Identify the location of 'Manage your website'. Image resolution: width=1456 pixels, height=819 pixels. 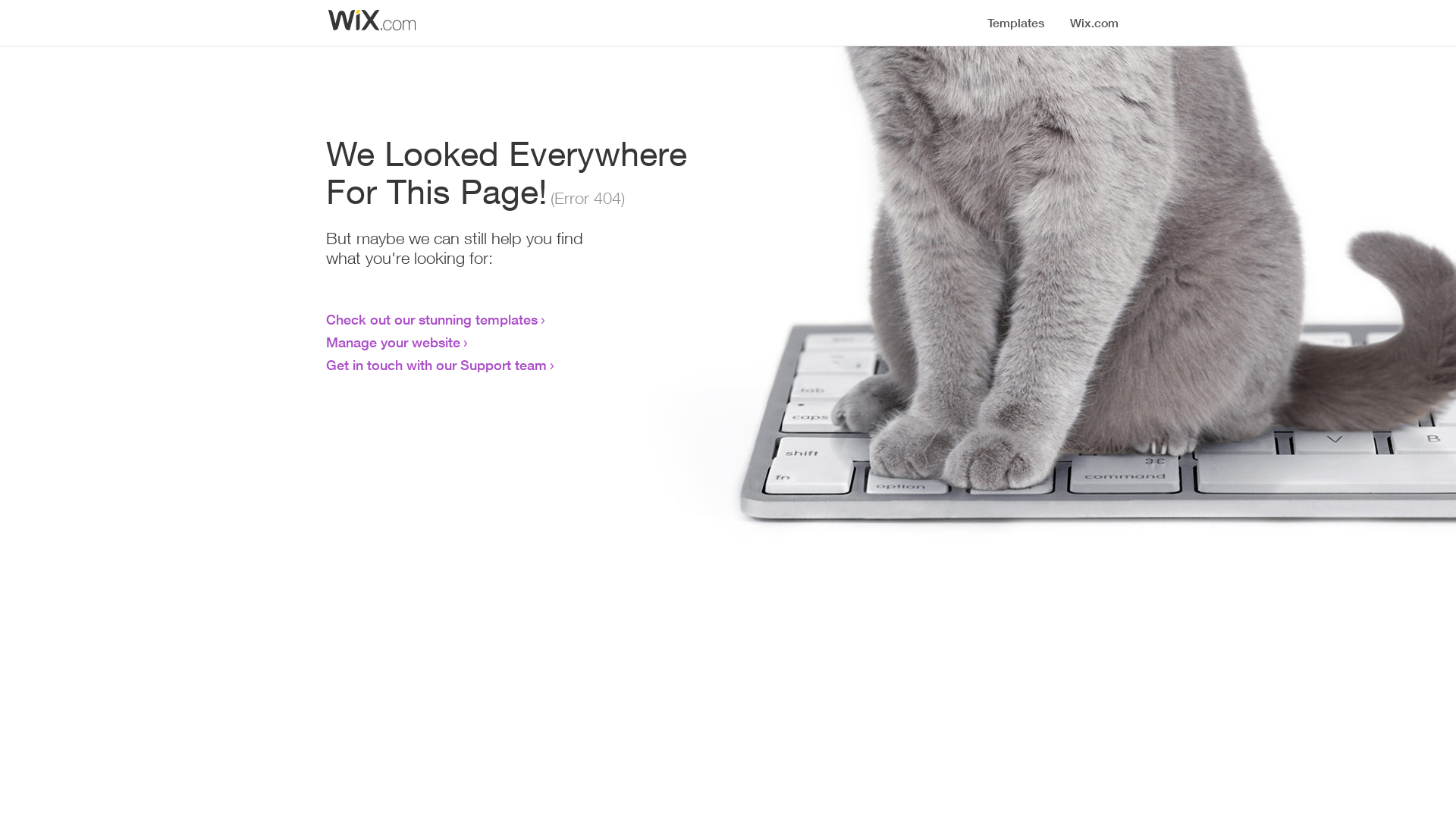
(393, 342).